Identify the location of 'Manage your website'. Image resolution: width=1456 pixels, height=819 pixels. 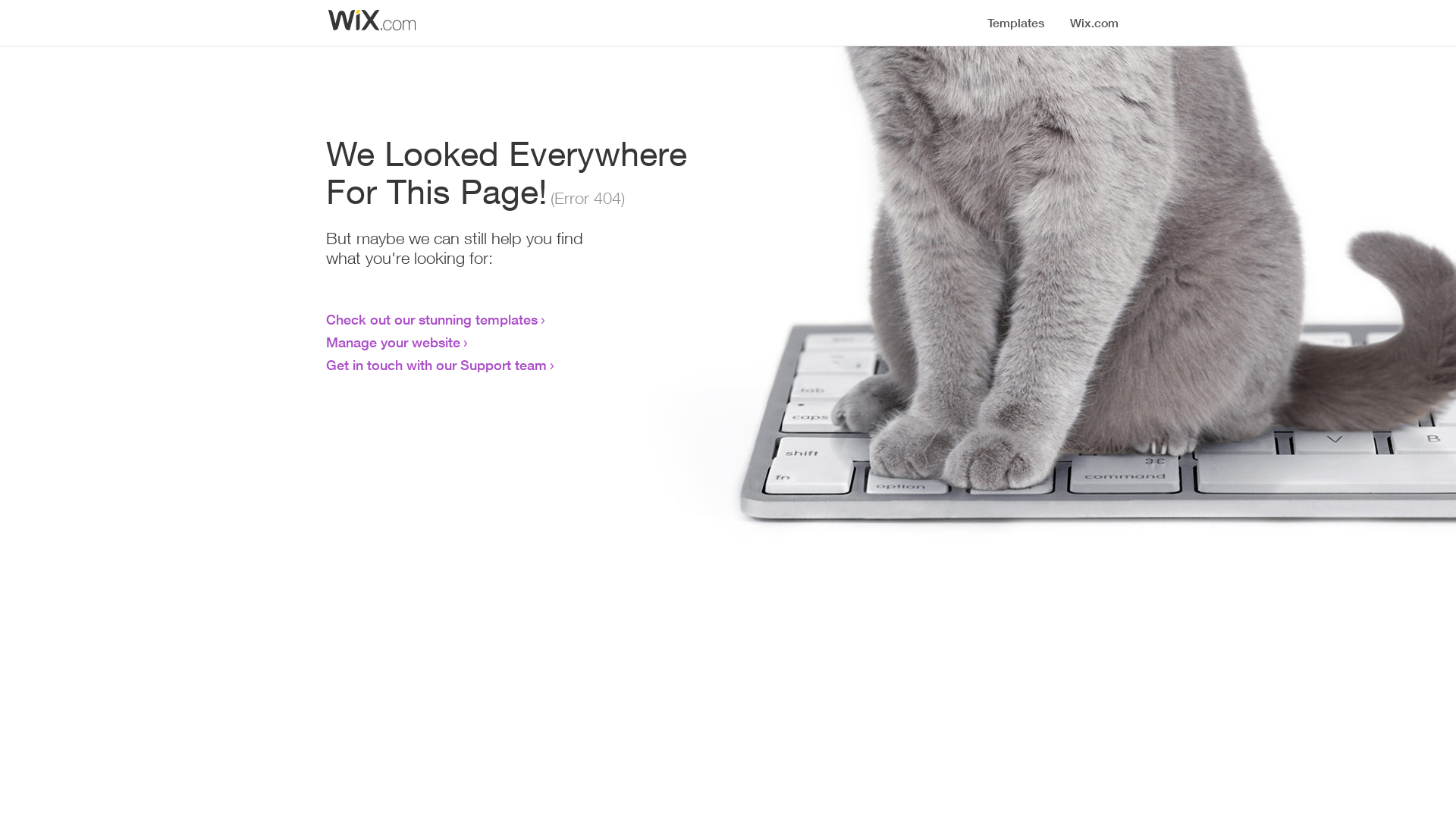
(393, 342).